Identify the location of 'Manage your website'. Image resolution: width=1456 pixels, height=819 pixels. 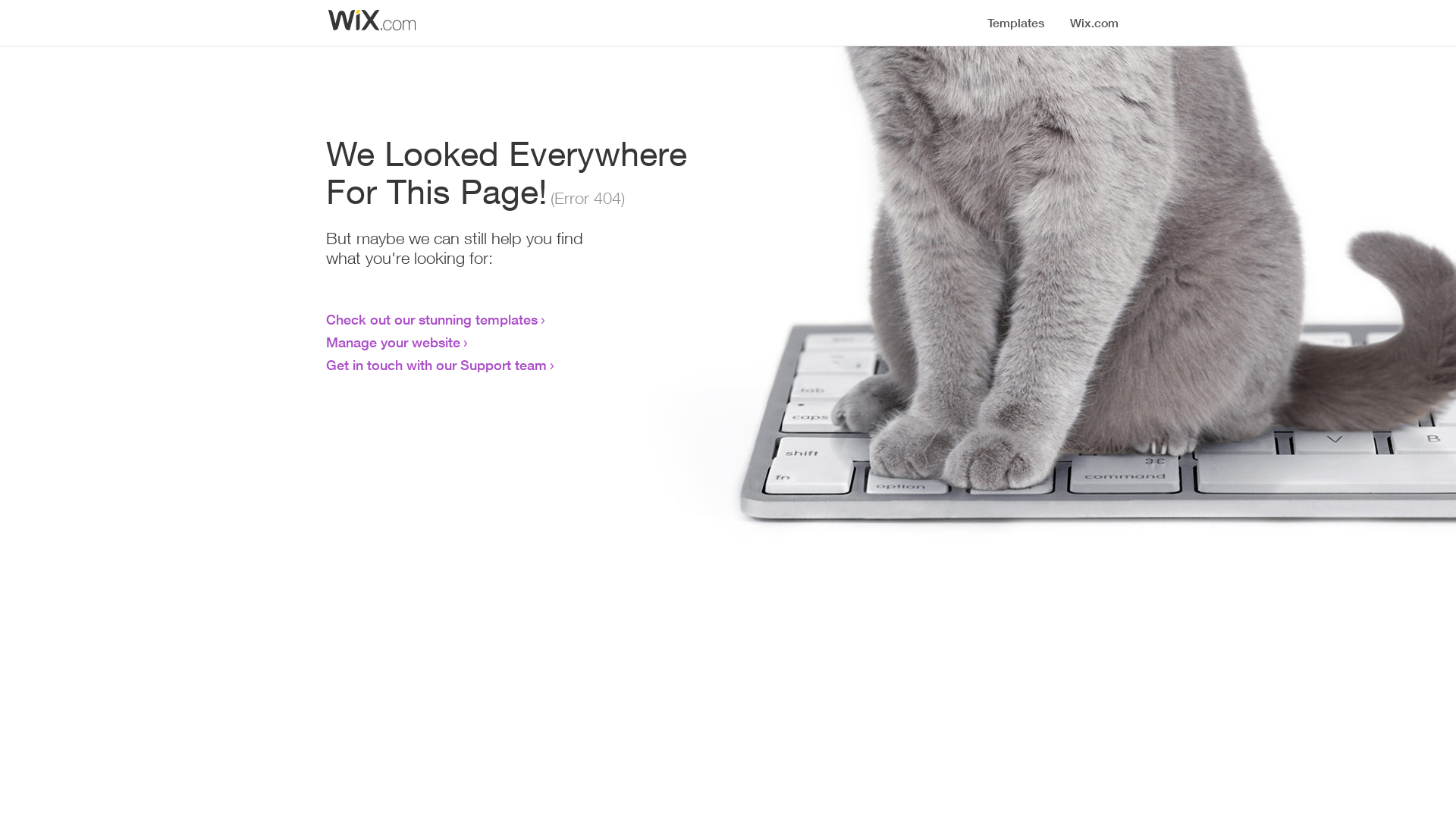
(393, 342).